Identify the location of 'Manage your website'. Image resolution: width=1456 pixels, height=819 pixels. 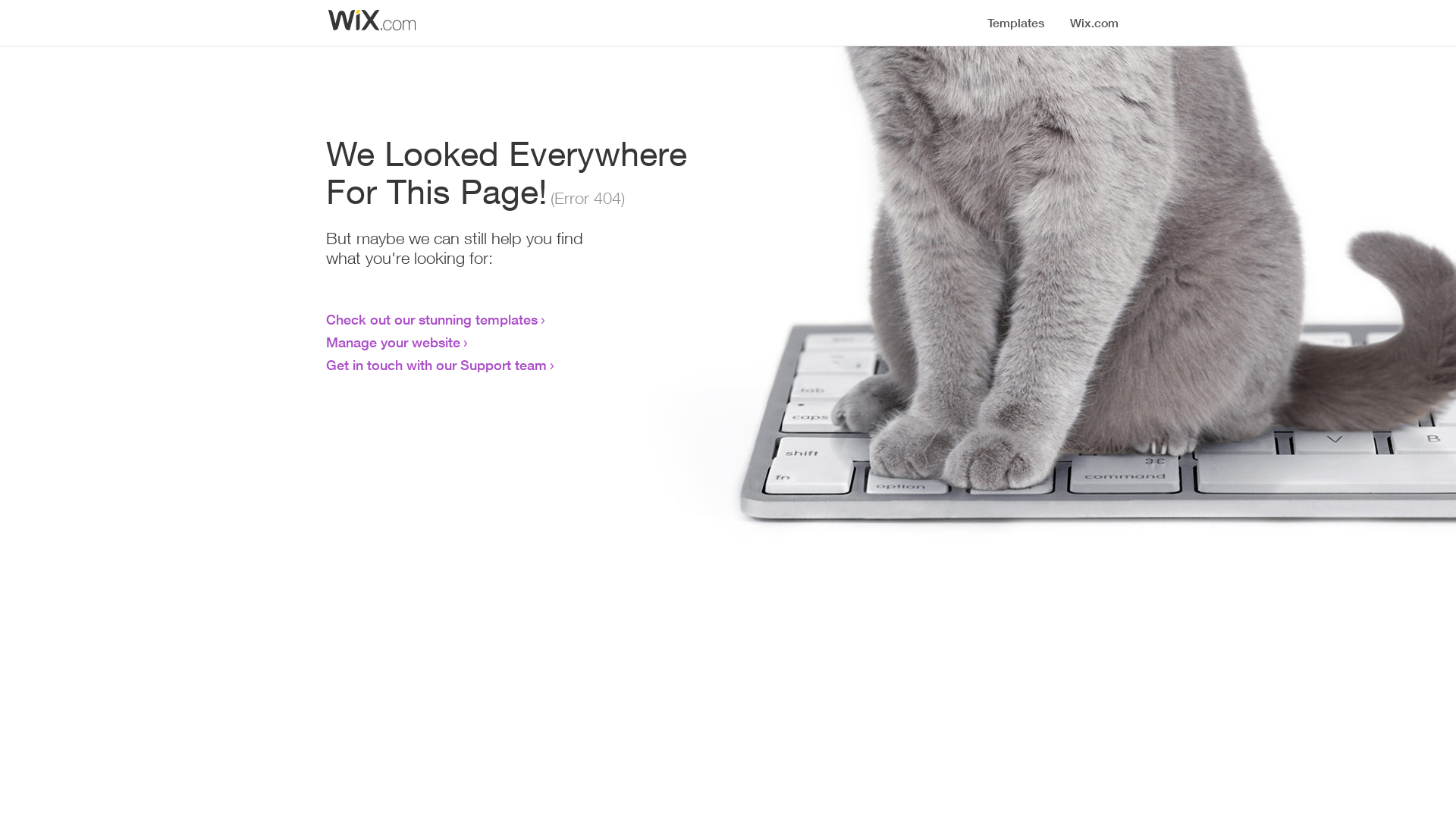
(393, 342).